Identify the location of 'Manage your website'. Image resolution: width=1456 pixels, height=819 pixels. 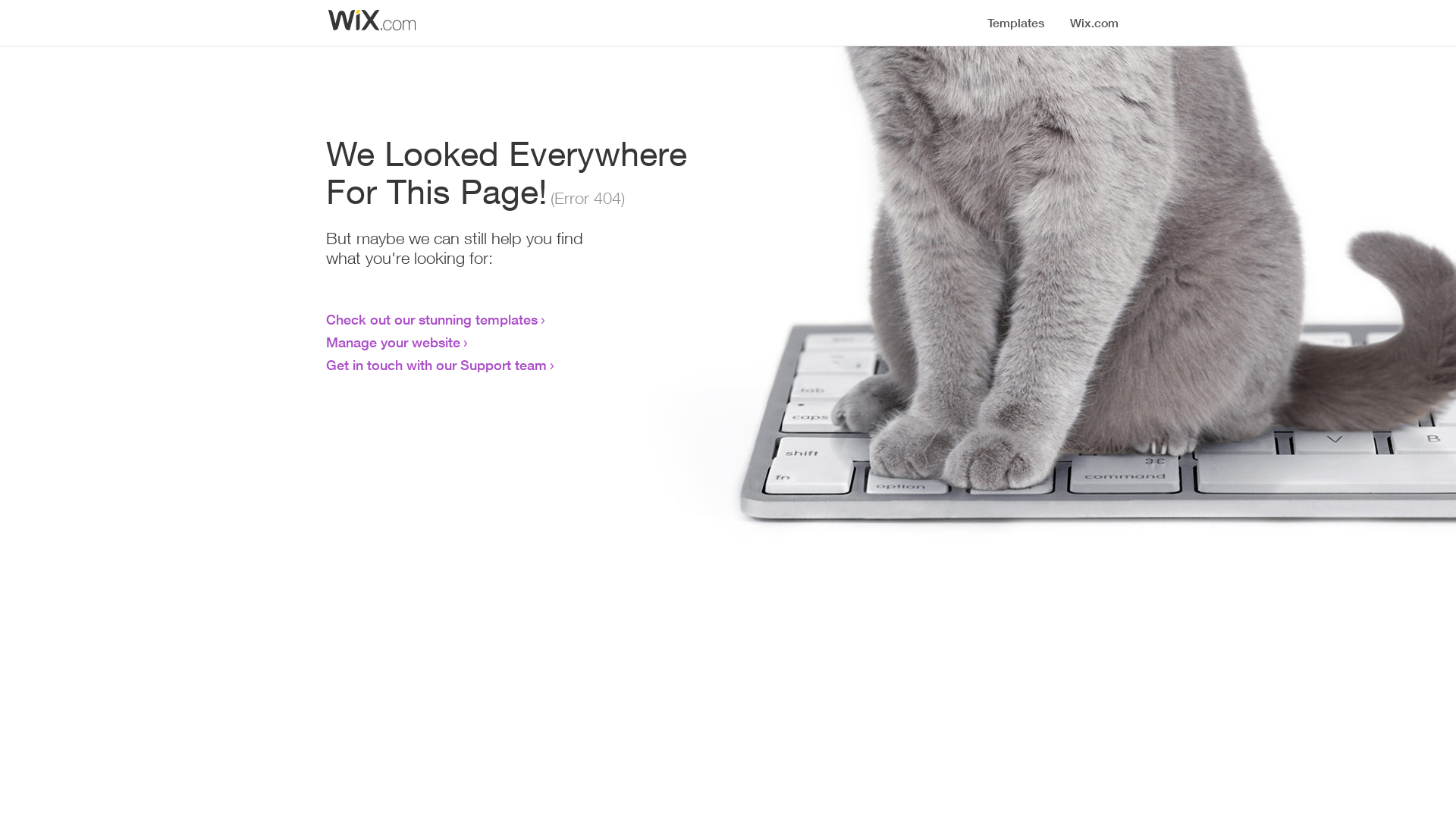
(393, 342).